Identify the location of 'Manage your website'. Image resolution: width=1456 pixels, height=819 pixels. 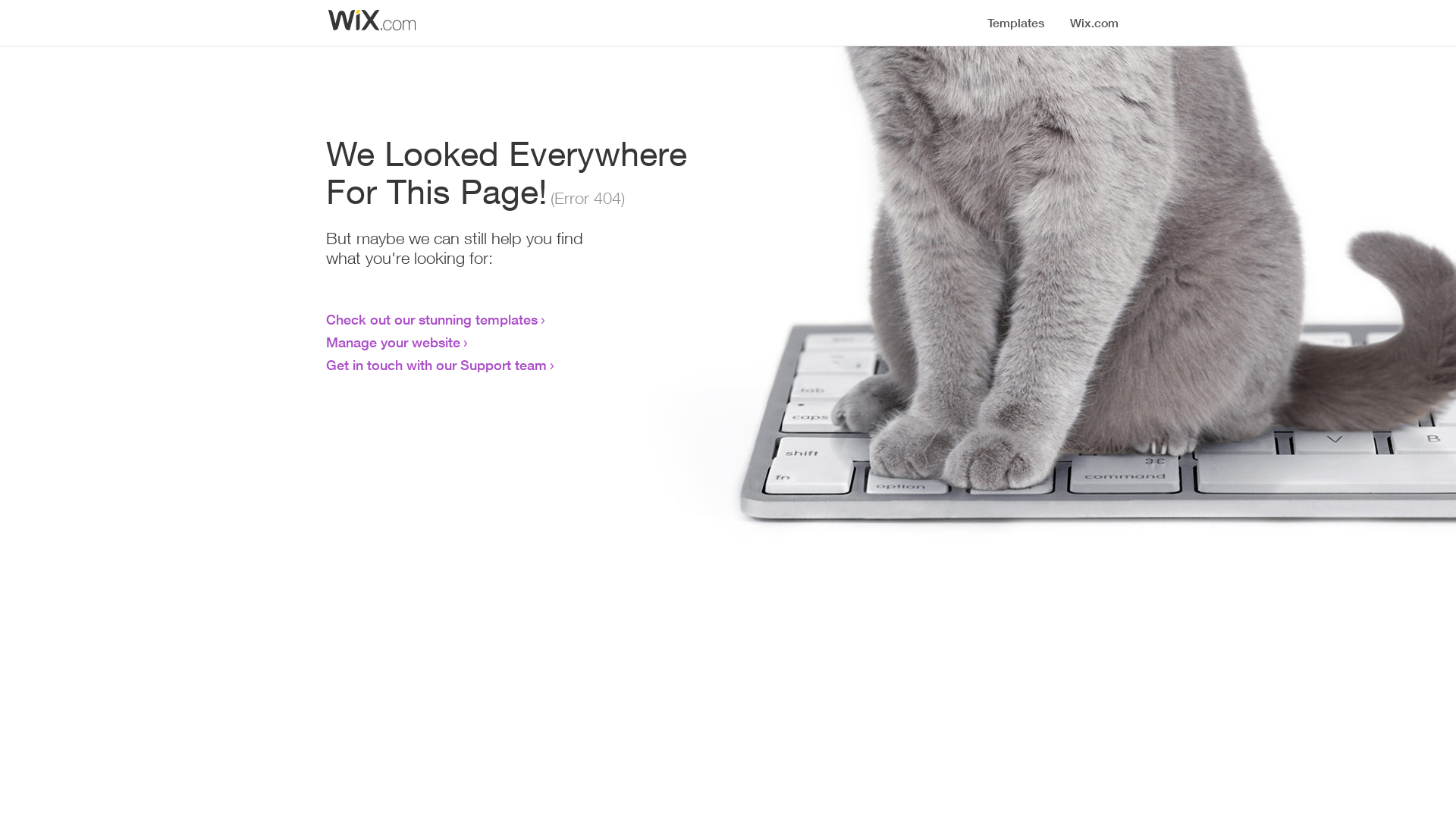
(393, 342).